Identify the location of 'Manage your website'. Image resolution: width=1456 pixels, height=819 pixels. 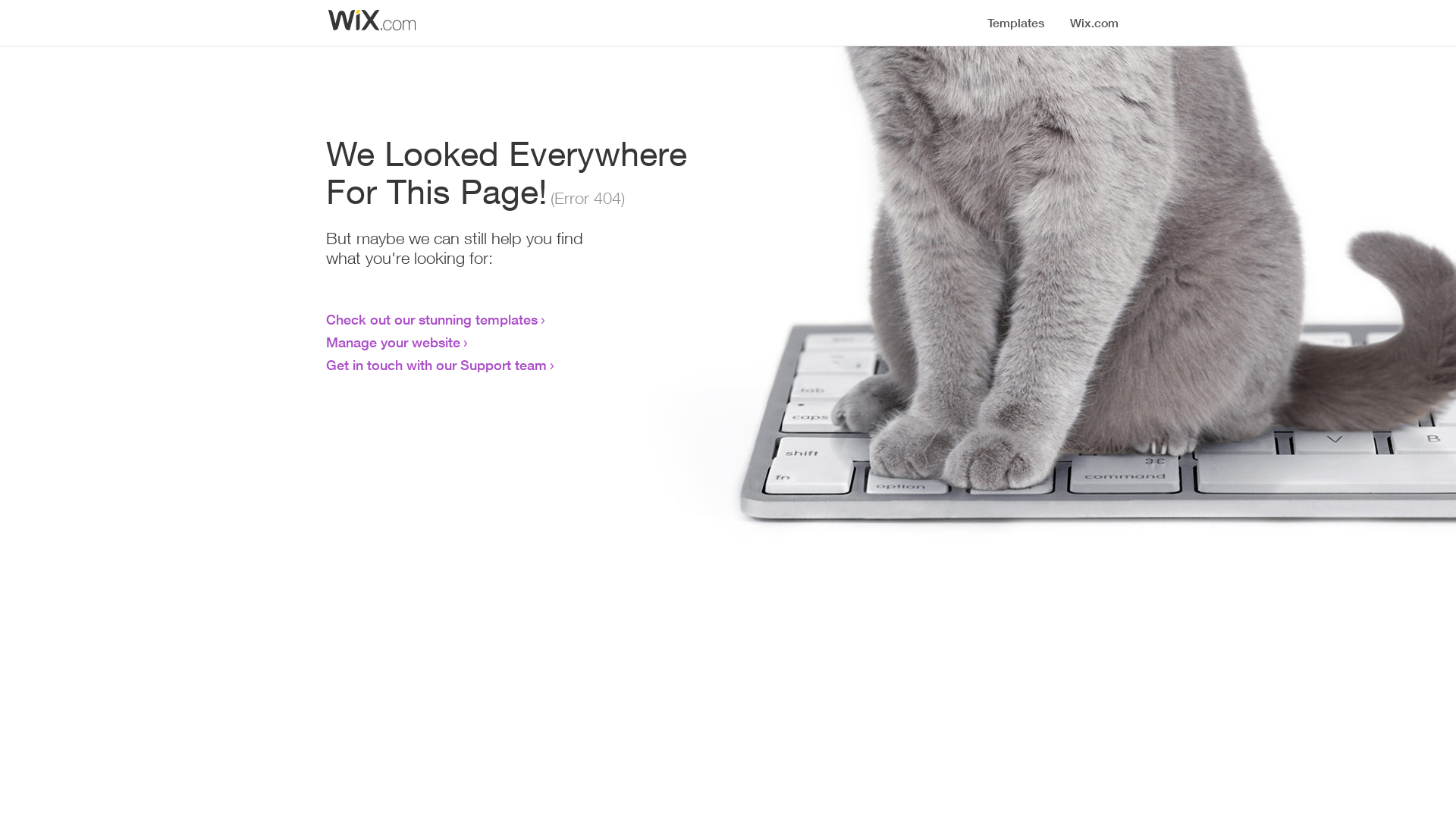
(393, 342).